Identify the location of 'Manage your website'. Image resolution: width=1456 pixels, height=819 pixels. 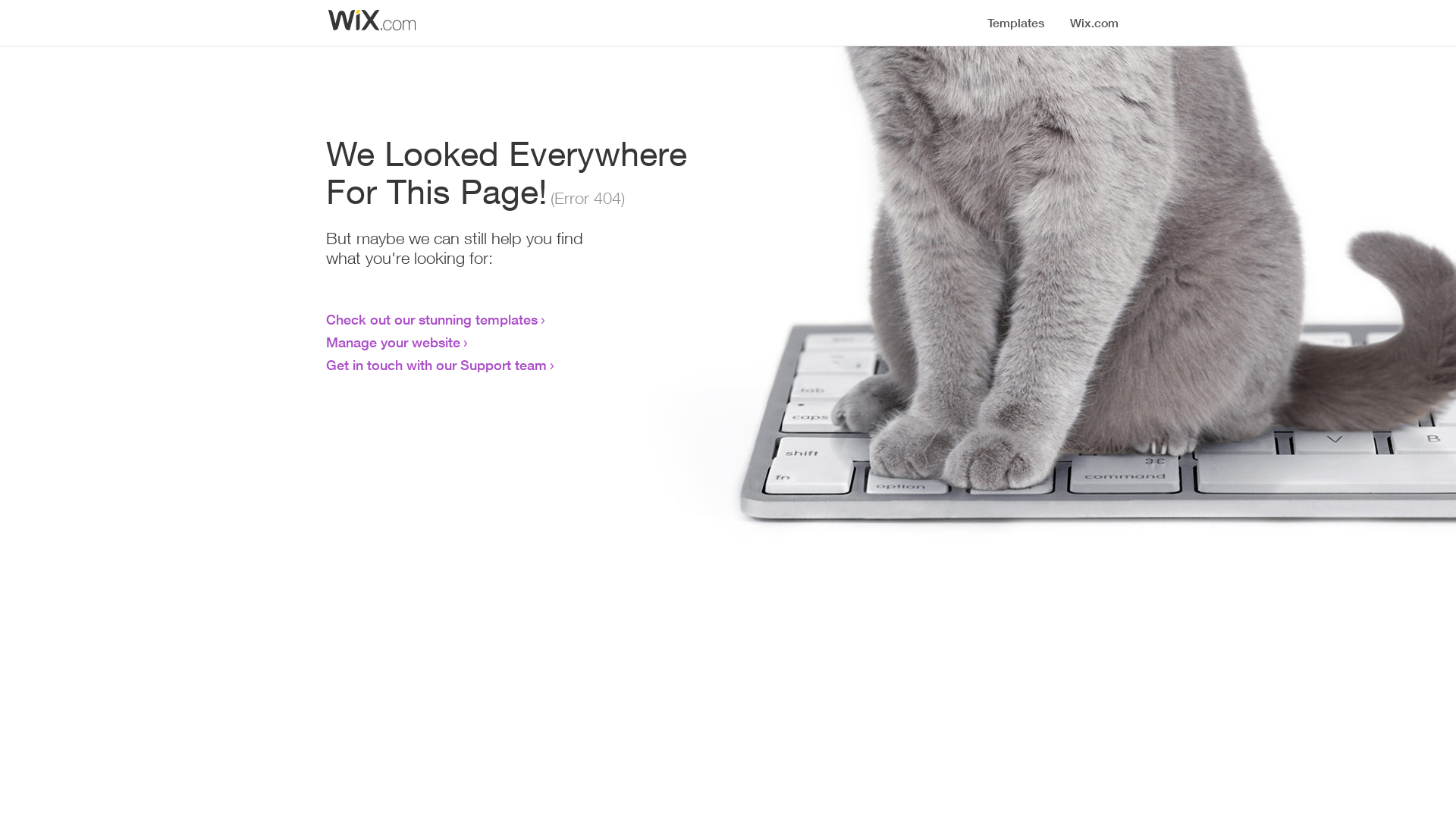
(393, 342).